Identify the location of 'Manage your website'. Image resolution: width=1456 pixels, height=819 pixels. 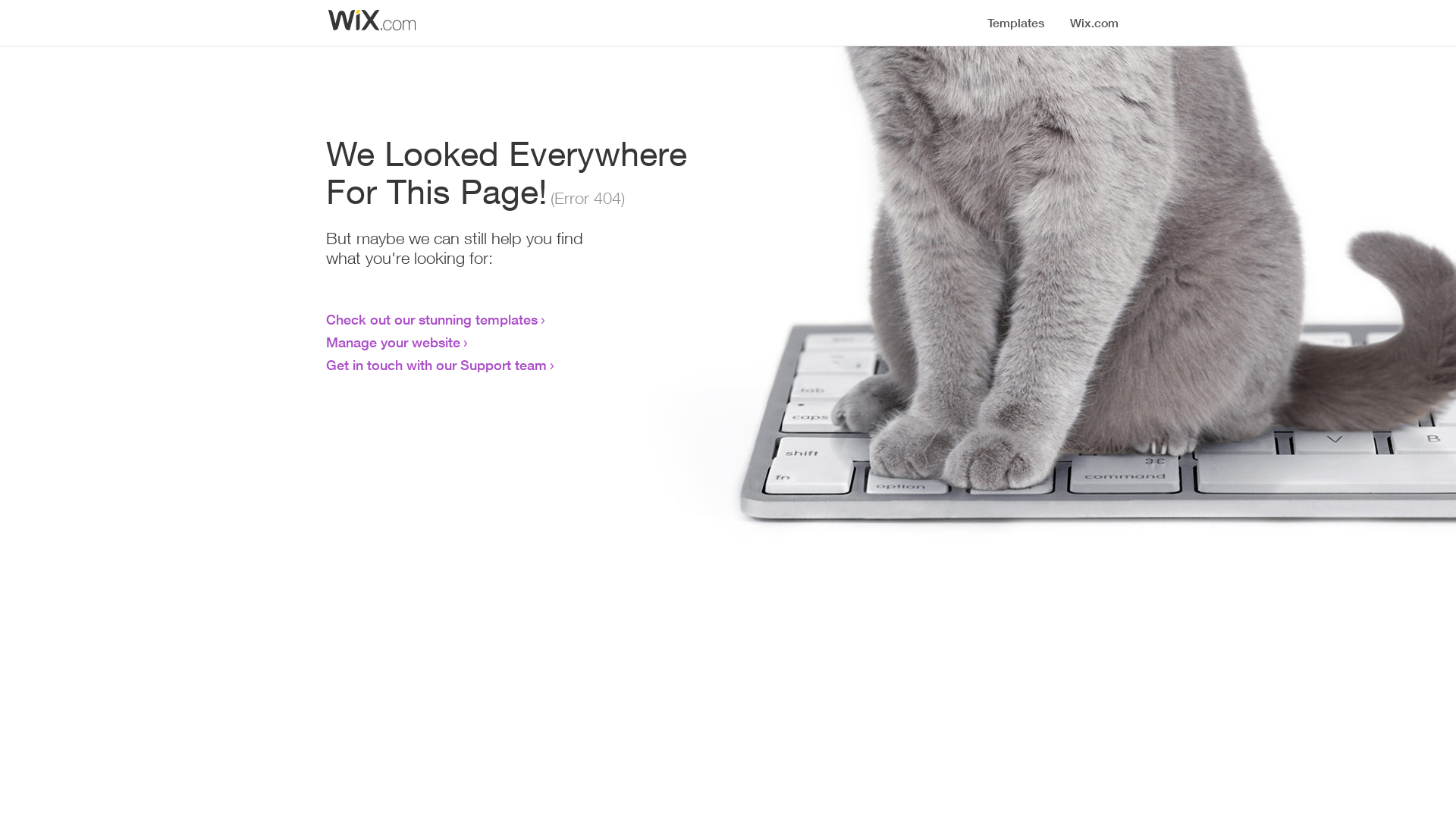
(393, 342).